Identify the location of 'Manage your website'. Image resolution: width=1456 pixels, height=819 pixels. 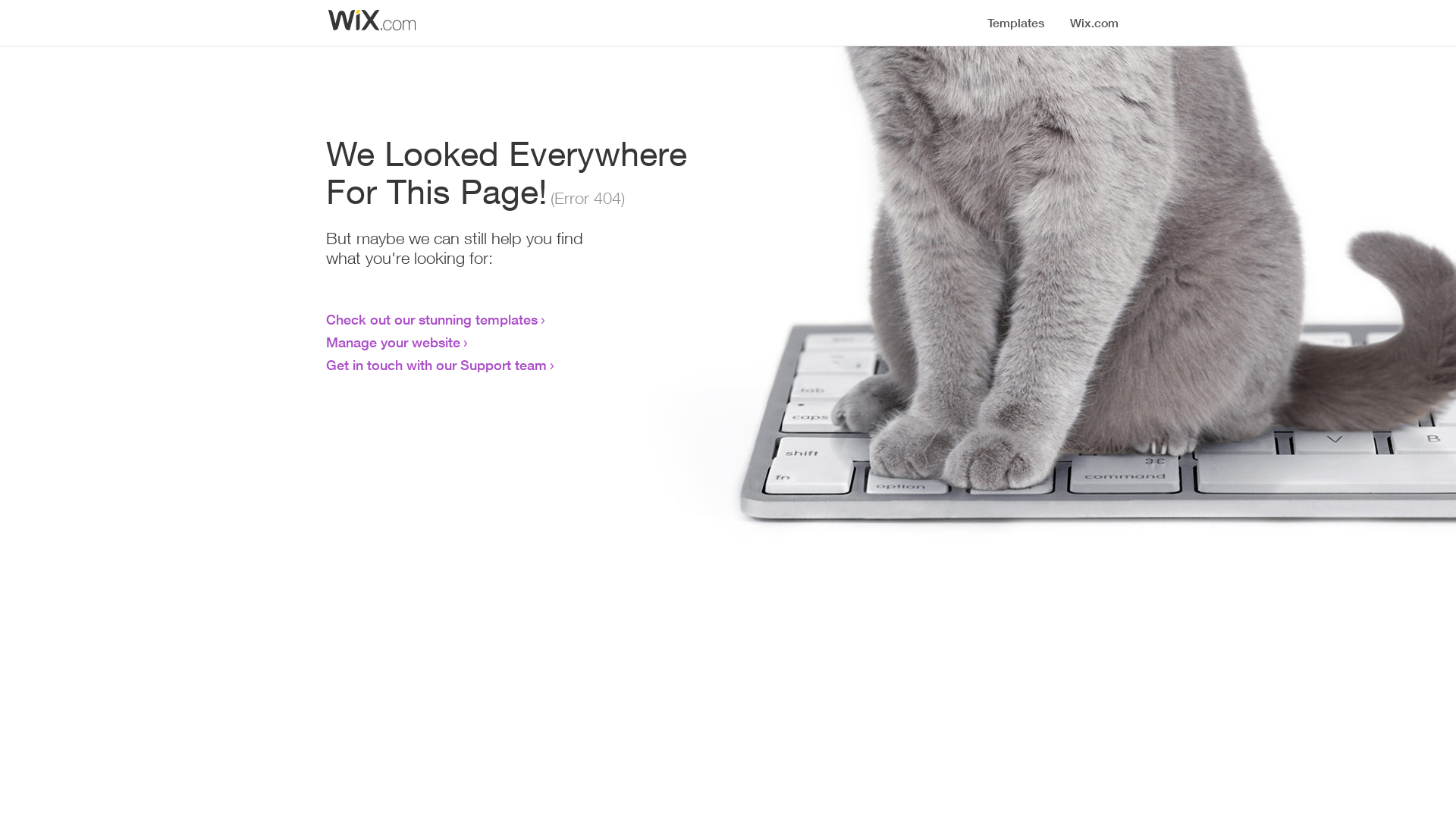
(393, 342).